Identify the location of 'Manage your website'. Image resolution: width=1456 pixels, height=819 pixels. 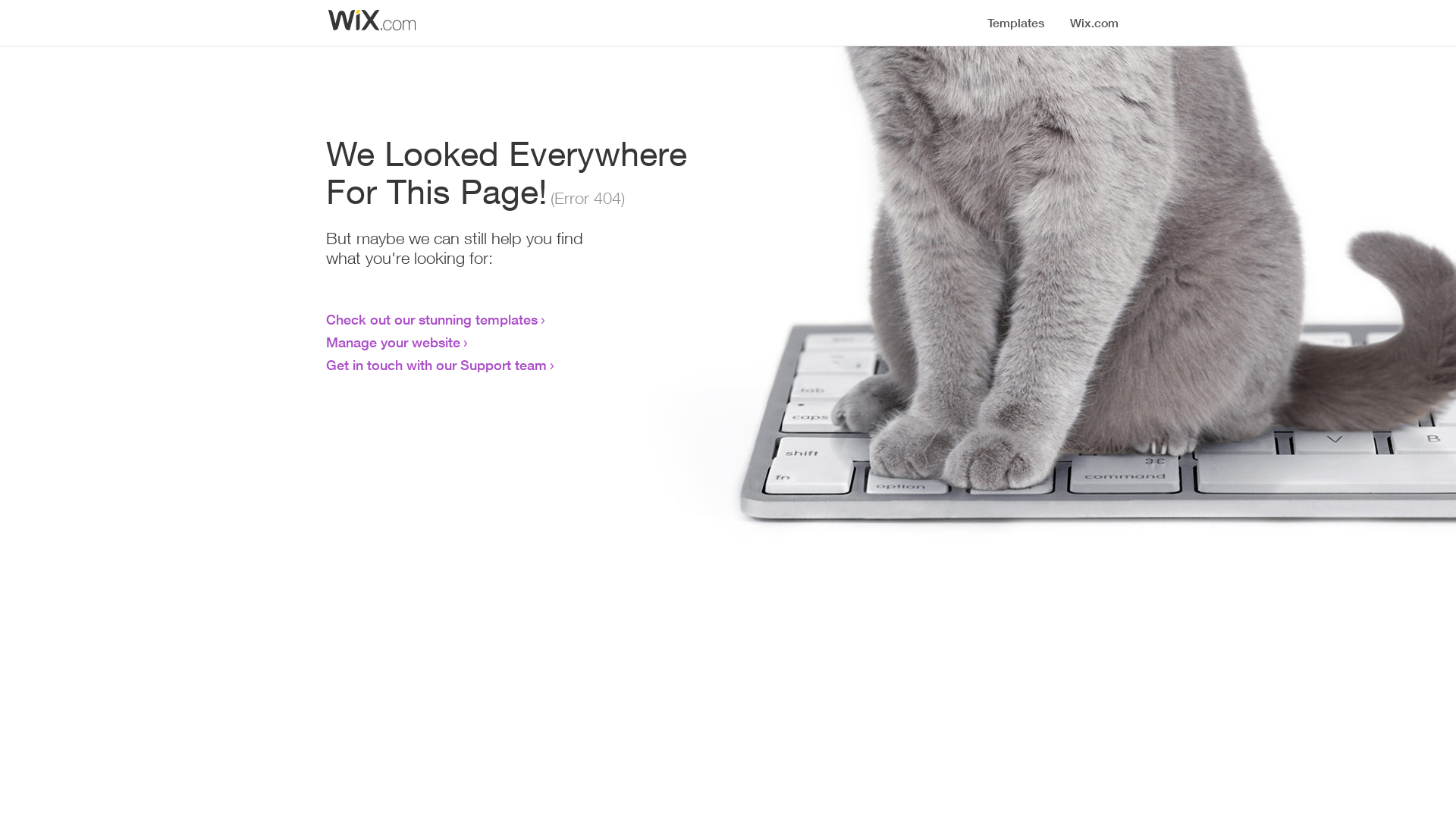
(393, 342).